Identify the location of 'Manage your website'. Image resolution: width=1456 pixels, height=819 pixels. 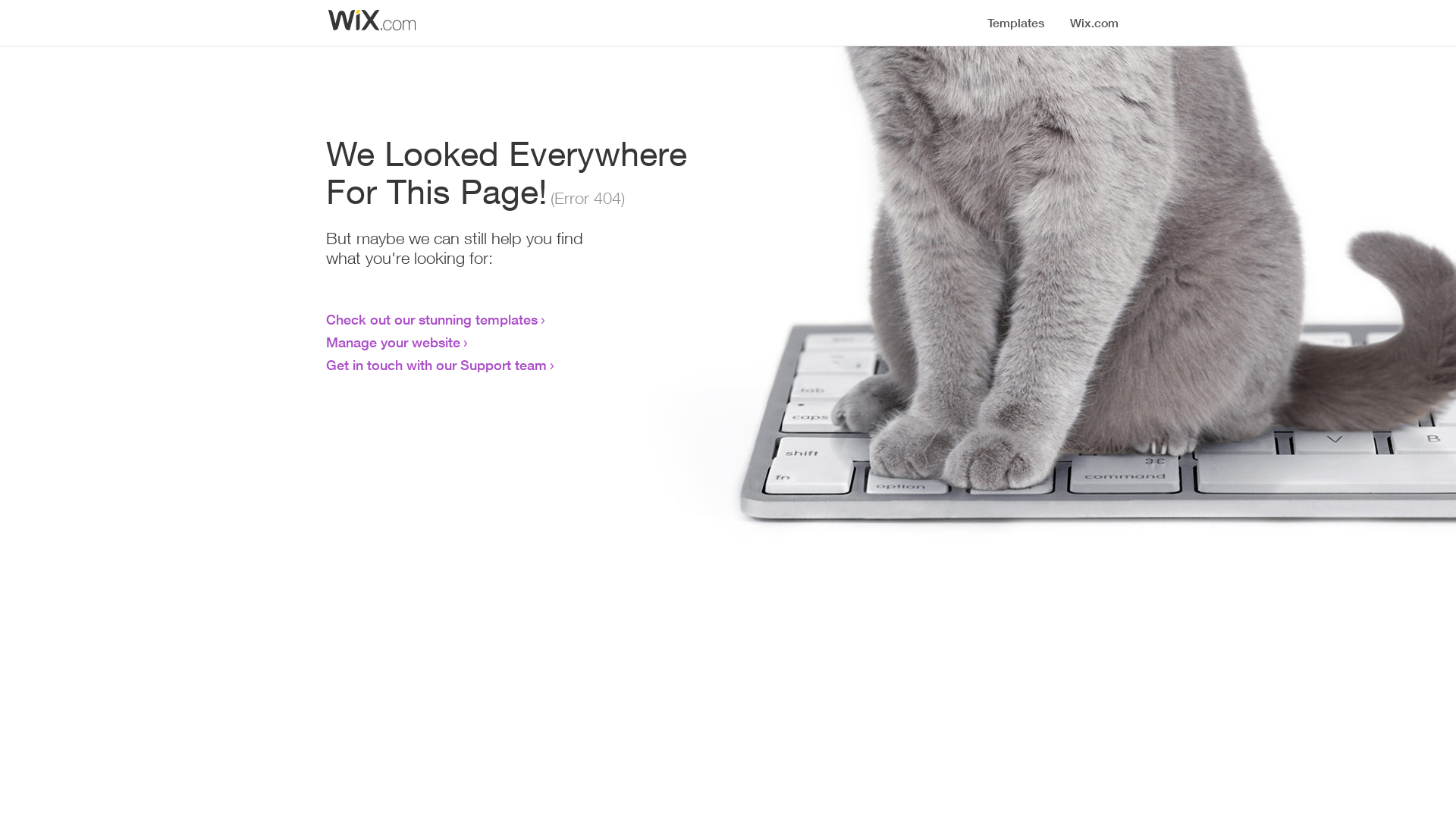
(393, 342).